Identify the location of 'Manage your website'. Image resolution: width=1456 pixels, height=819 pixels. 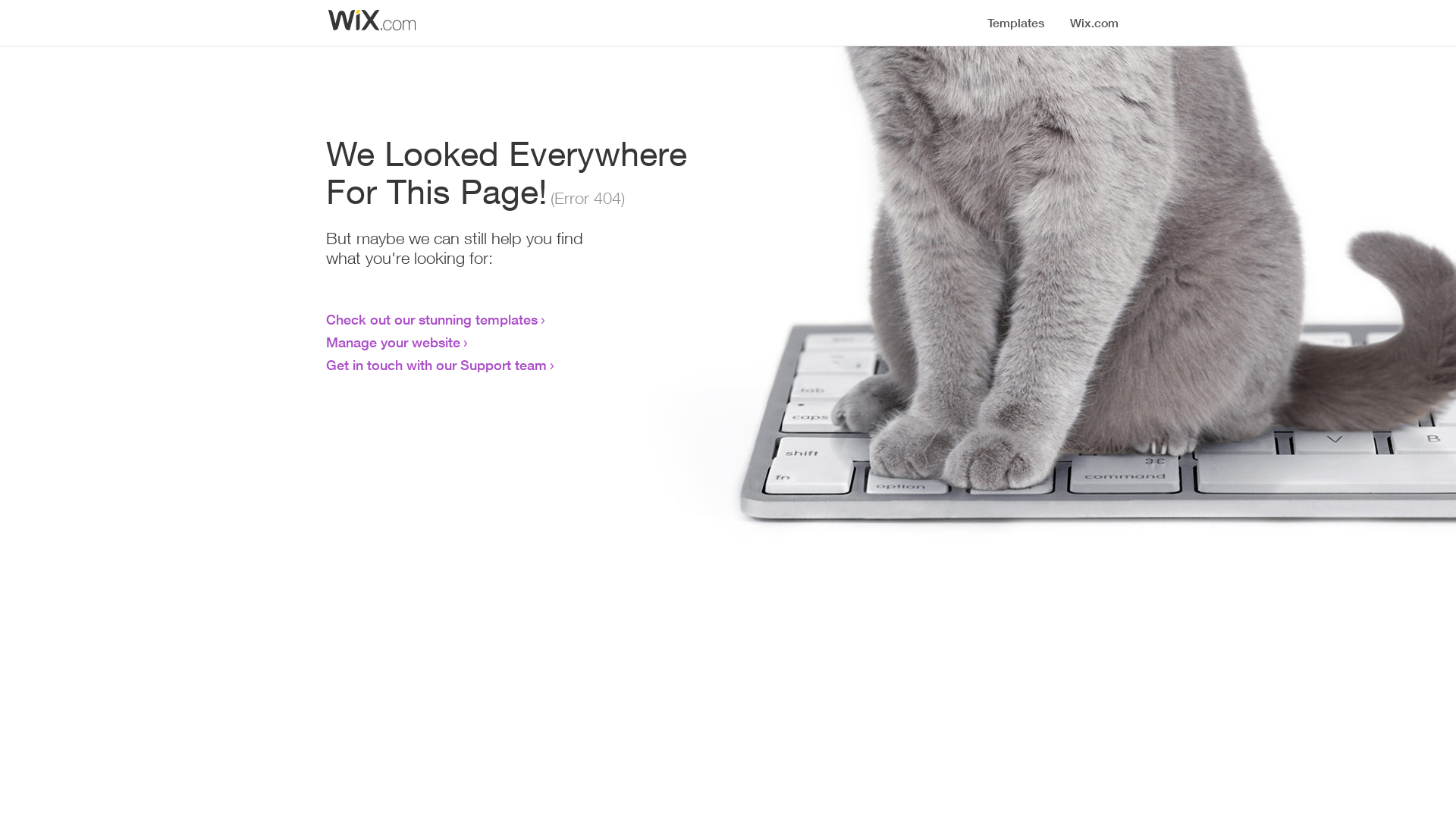
(393, 342).